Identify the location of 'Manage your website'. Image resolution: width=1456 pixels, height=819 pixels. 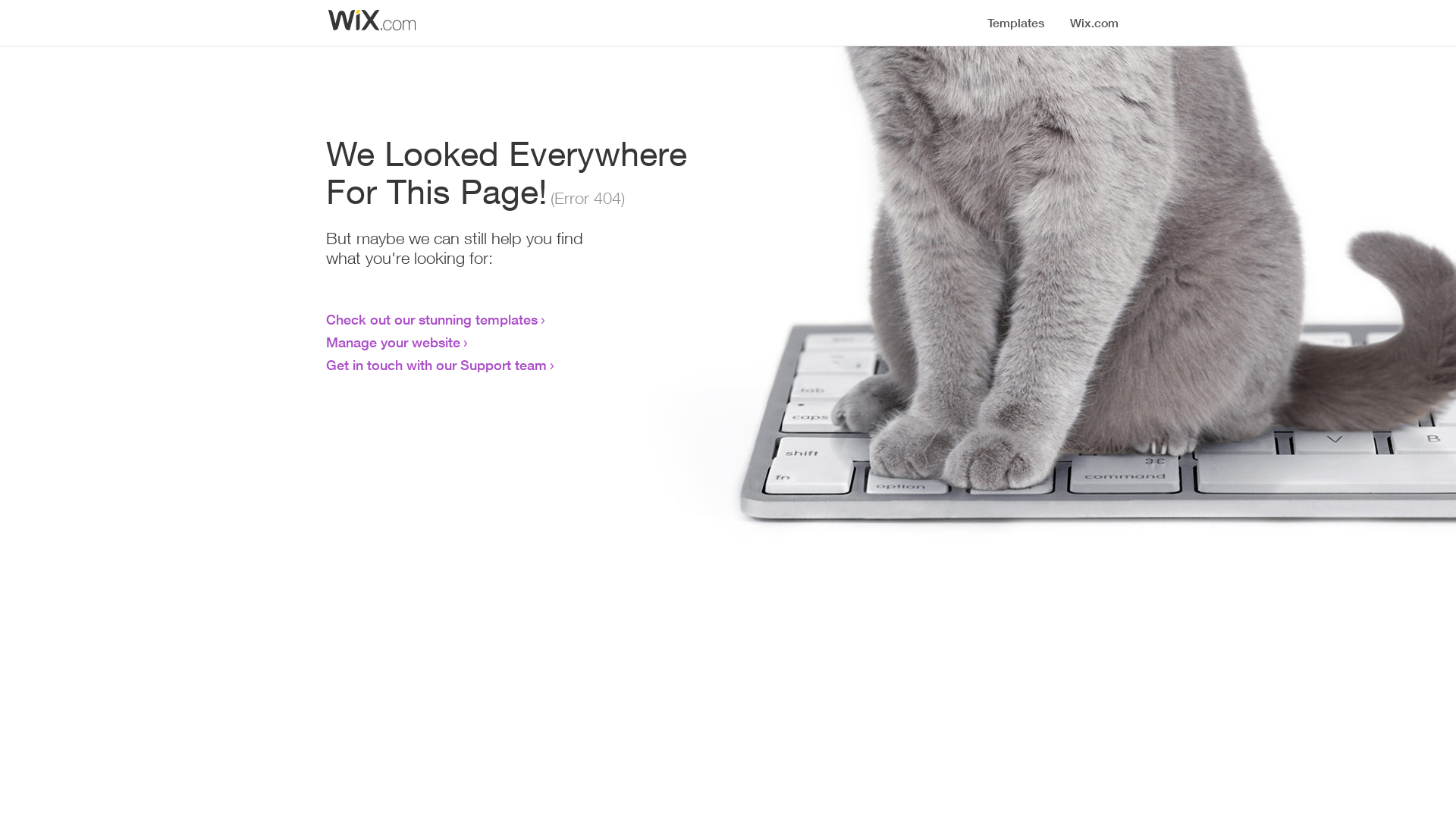
(393, 342).